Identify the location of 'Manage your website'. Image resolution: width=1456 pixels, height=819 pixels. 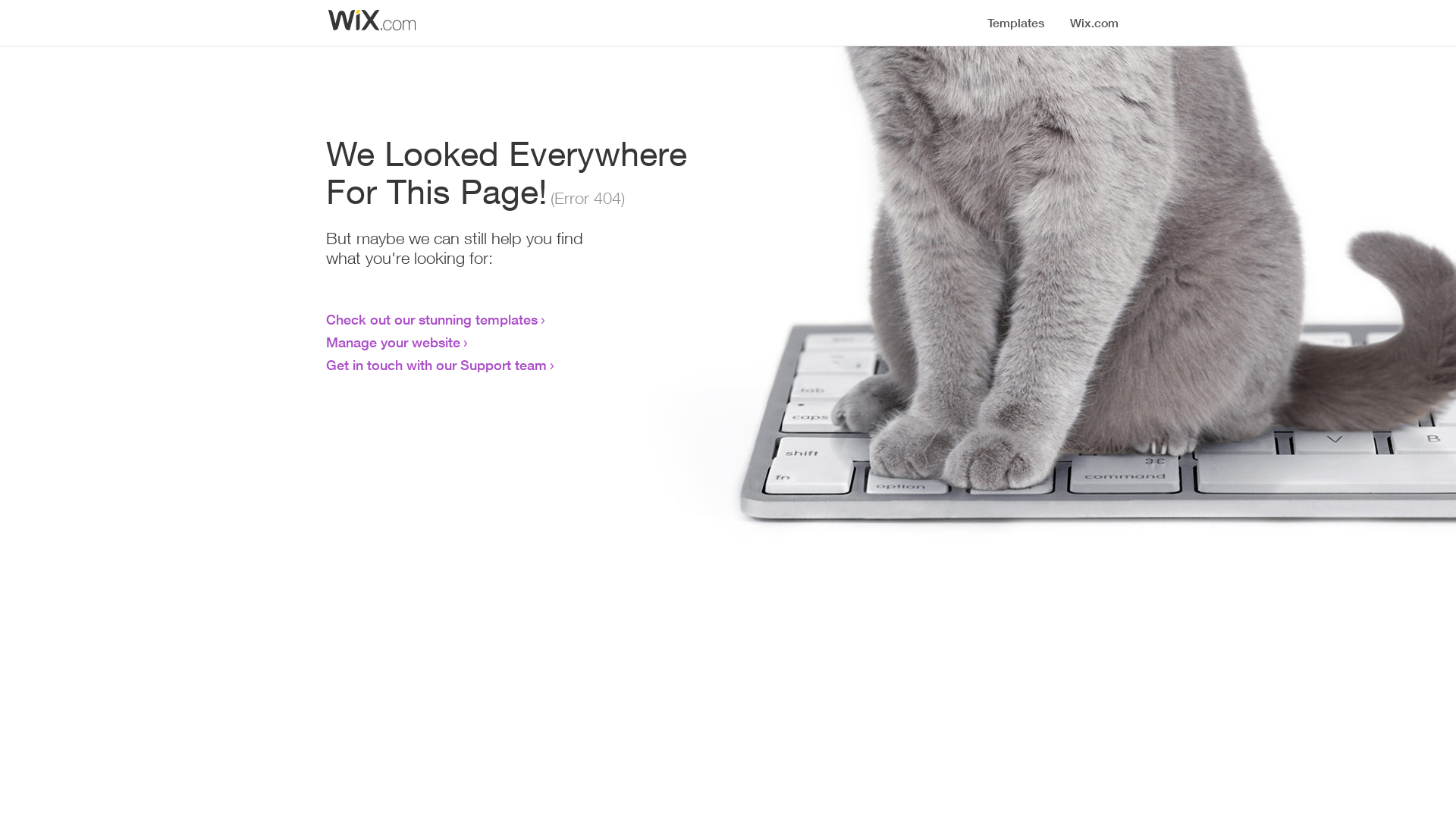
(393, 342).